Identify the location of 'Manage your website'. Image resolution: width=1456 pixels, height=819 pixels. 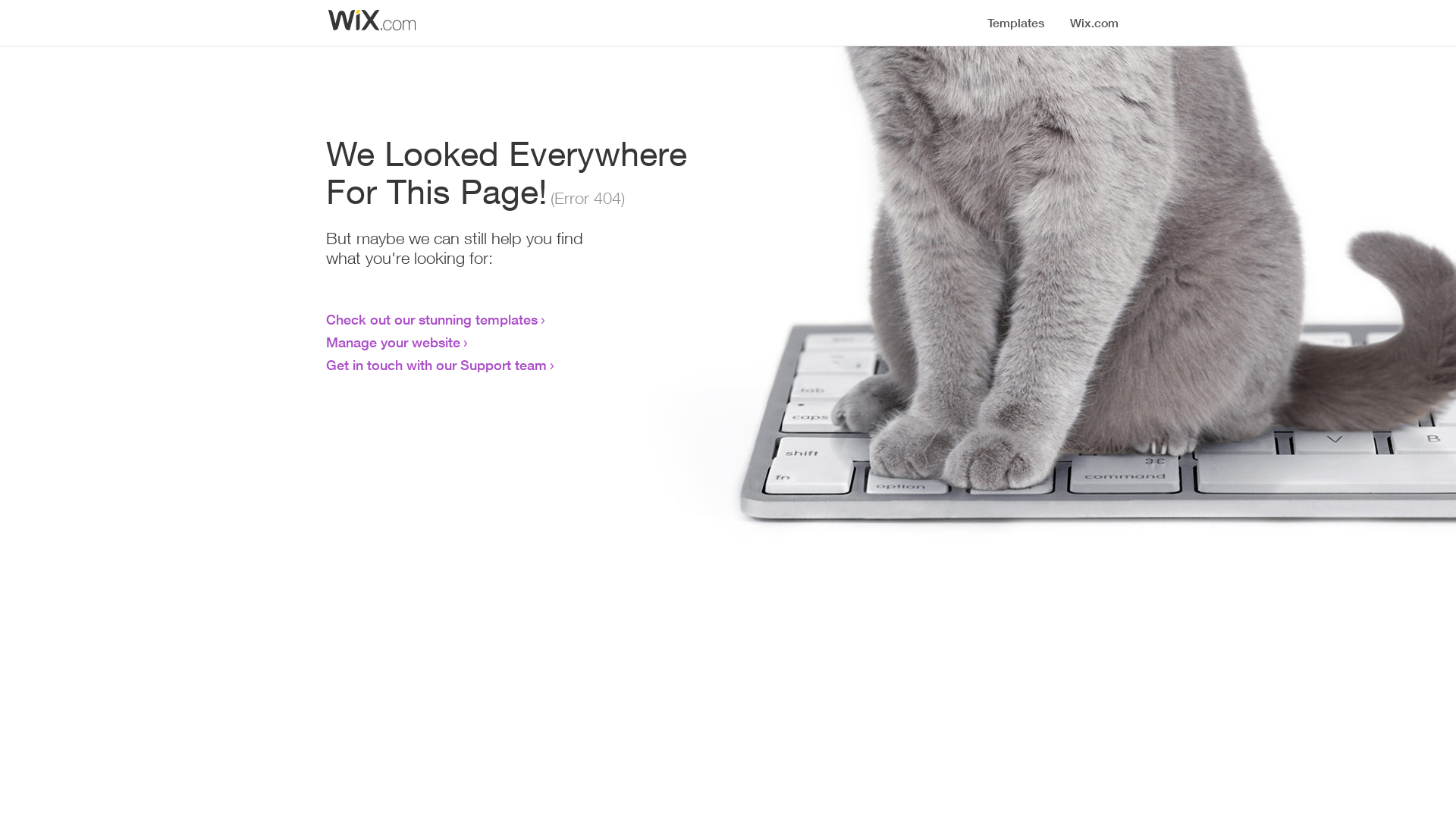
(393, 342).